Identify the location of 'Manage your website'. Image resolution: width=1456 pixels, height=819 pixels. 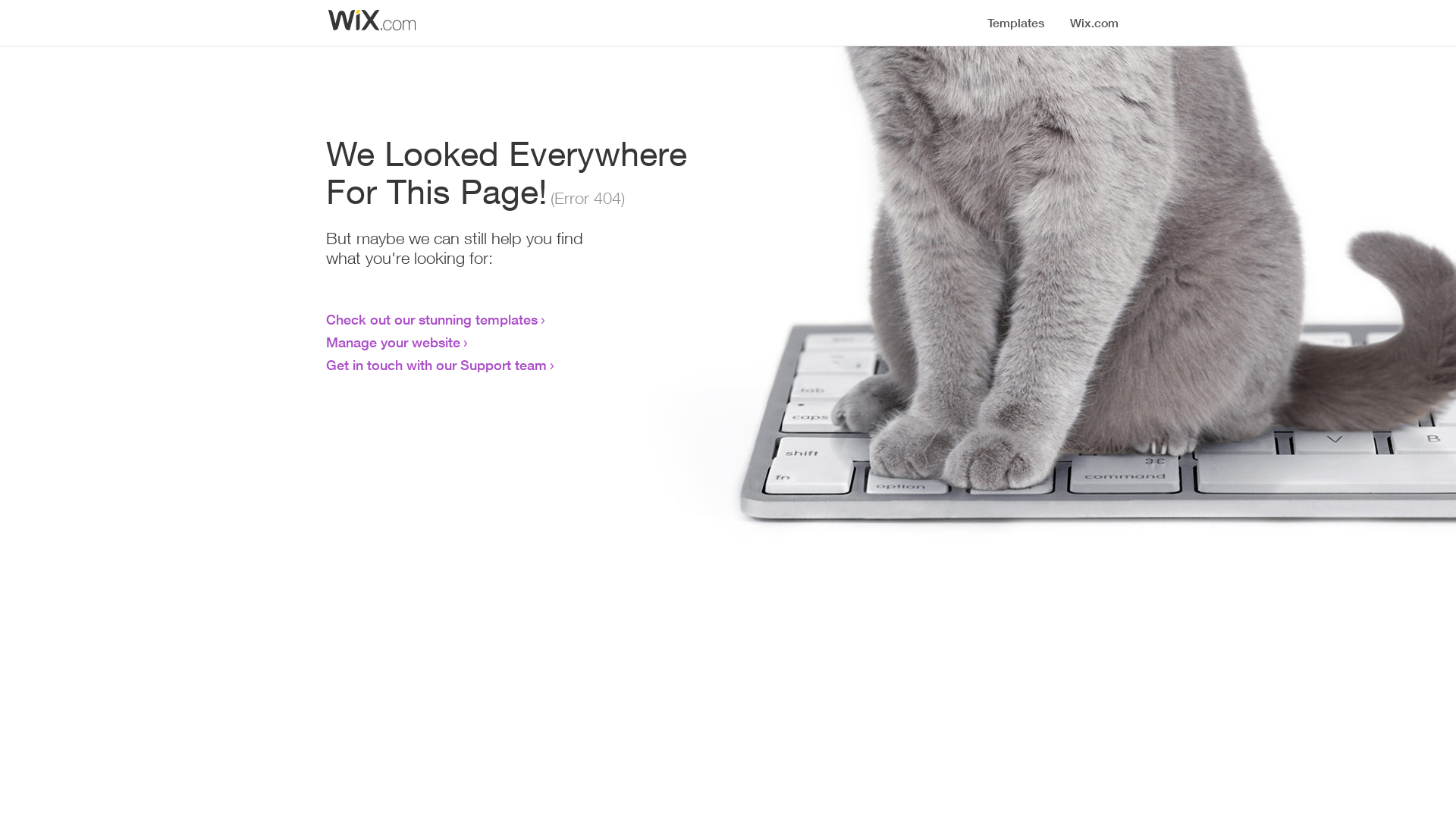
(393, 342).